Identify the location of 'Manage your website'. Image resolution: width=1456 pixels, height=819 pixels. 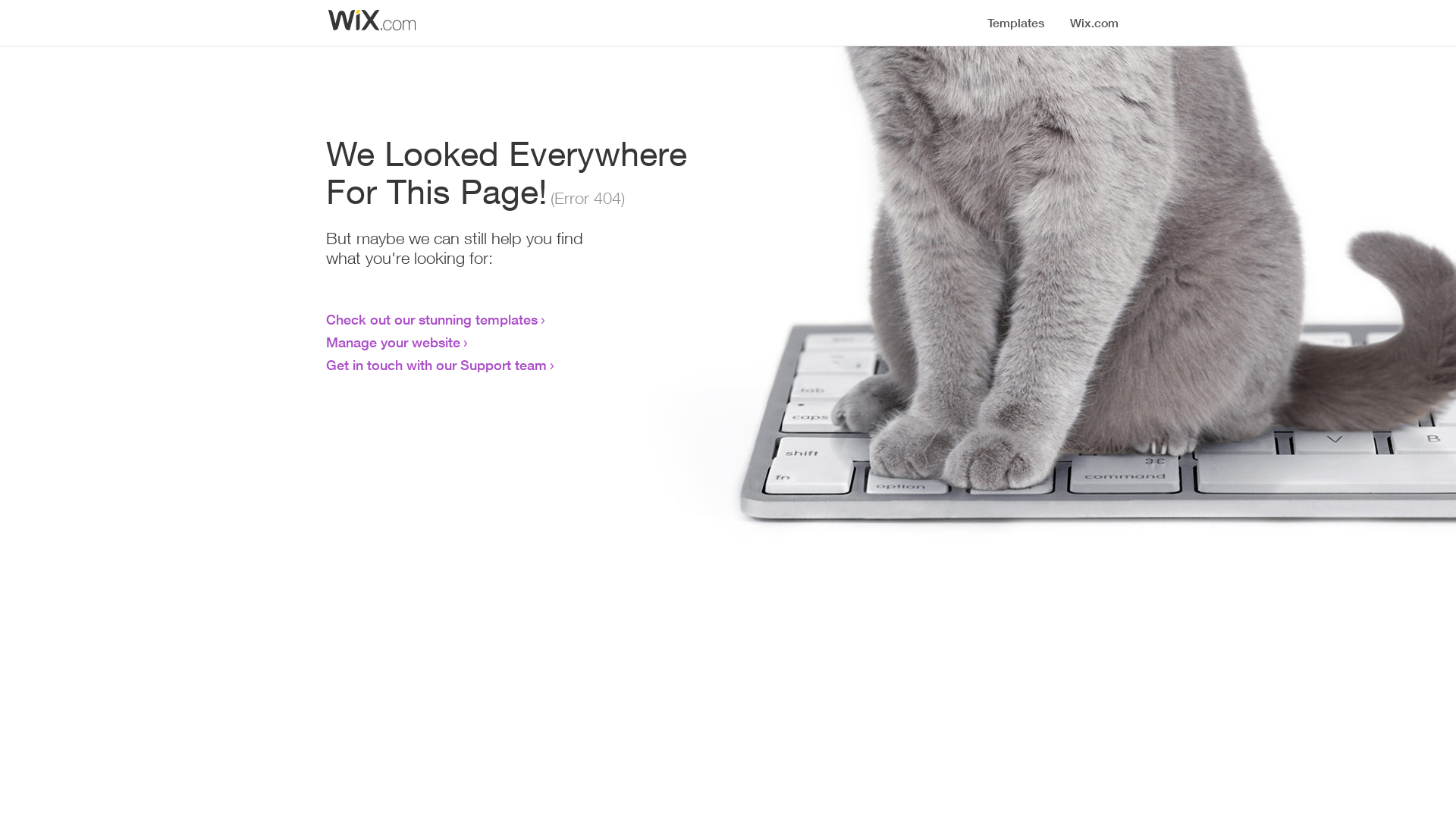
(393, 342).